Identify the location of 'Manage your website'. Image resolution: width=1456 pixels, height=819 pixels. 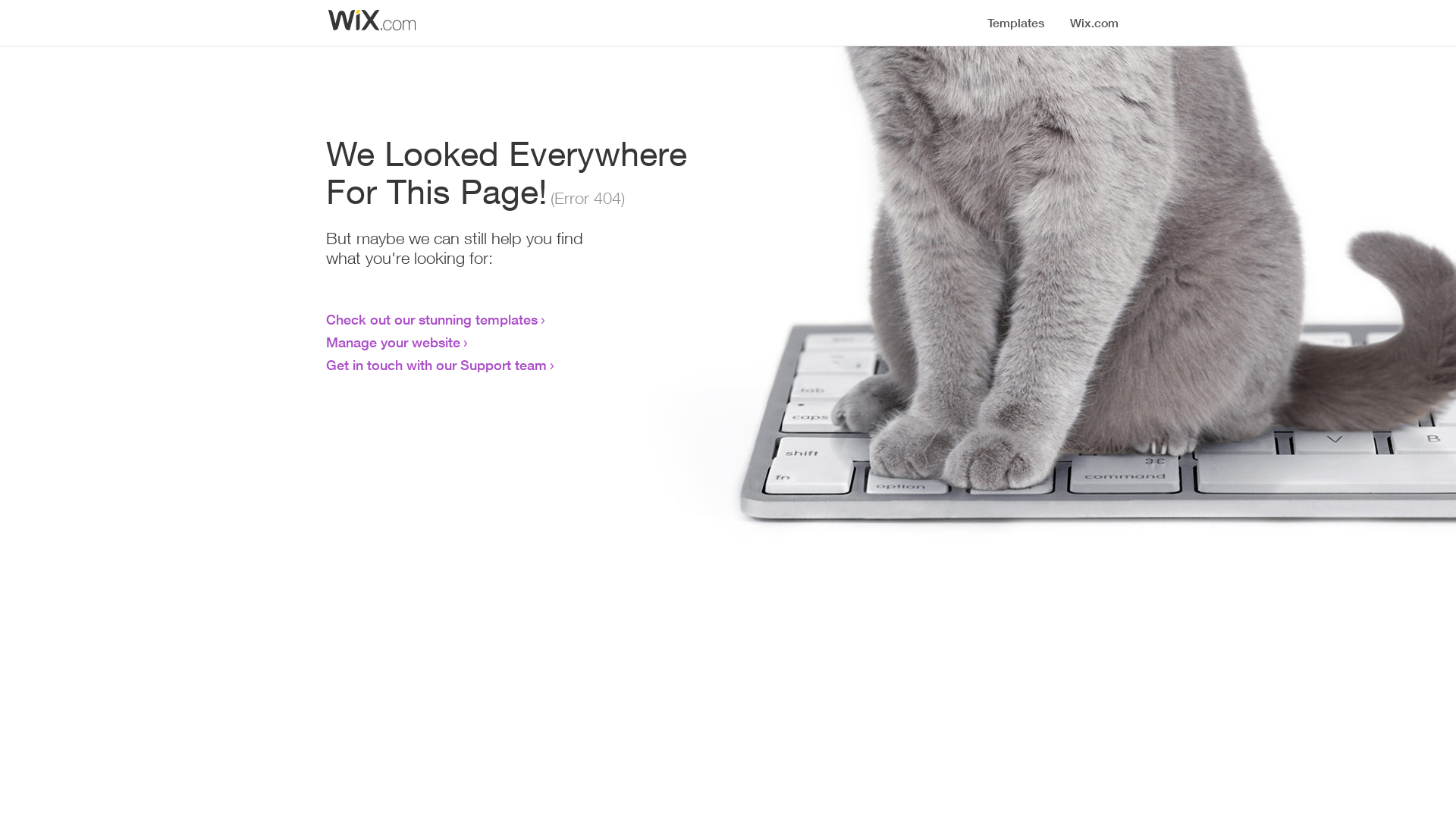
(393, 342).